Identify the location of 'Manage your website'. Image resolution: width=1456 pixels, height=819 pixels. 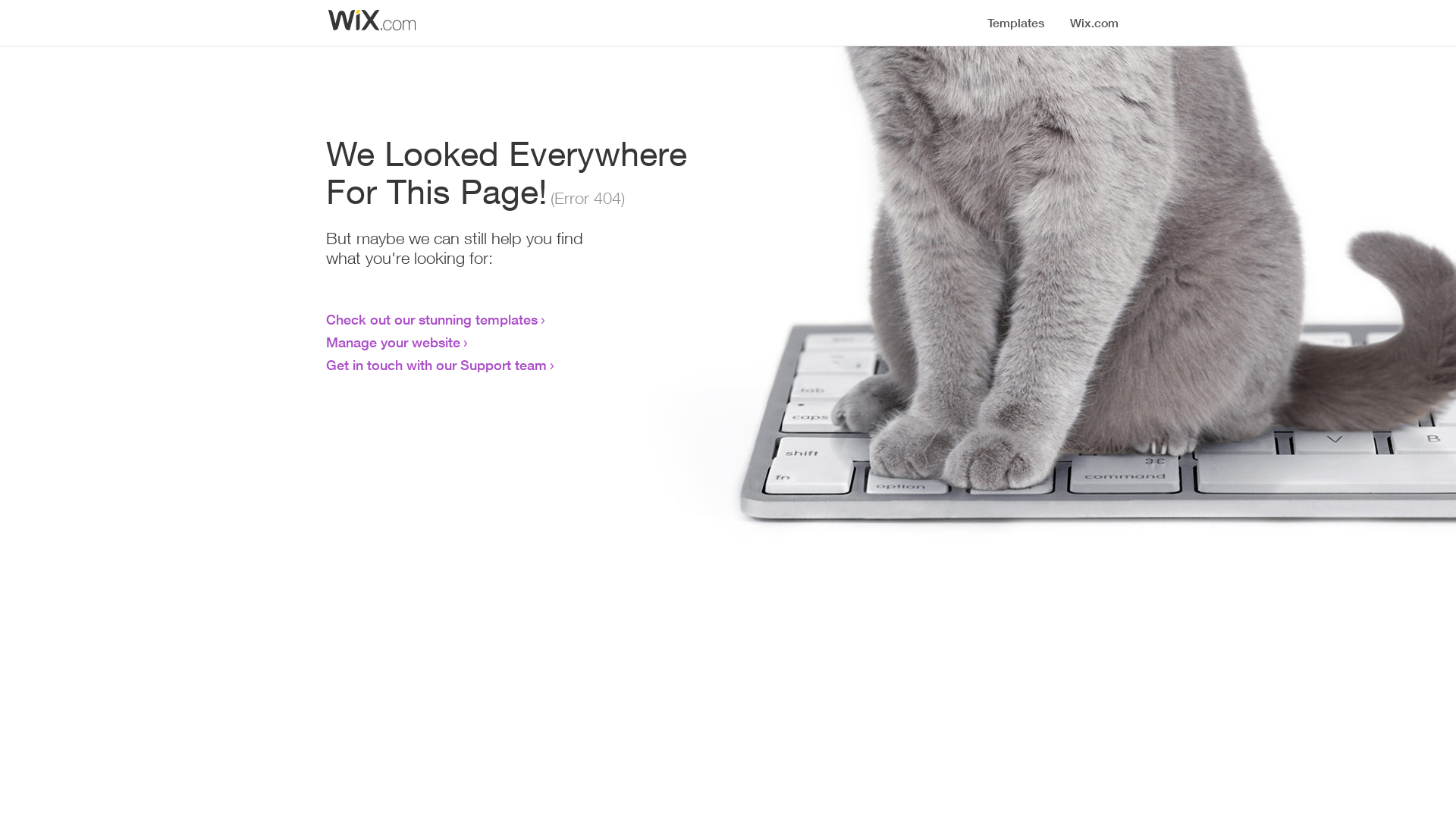
(393, 342).